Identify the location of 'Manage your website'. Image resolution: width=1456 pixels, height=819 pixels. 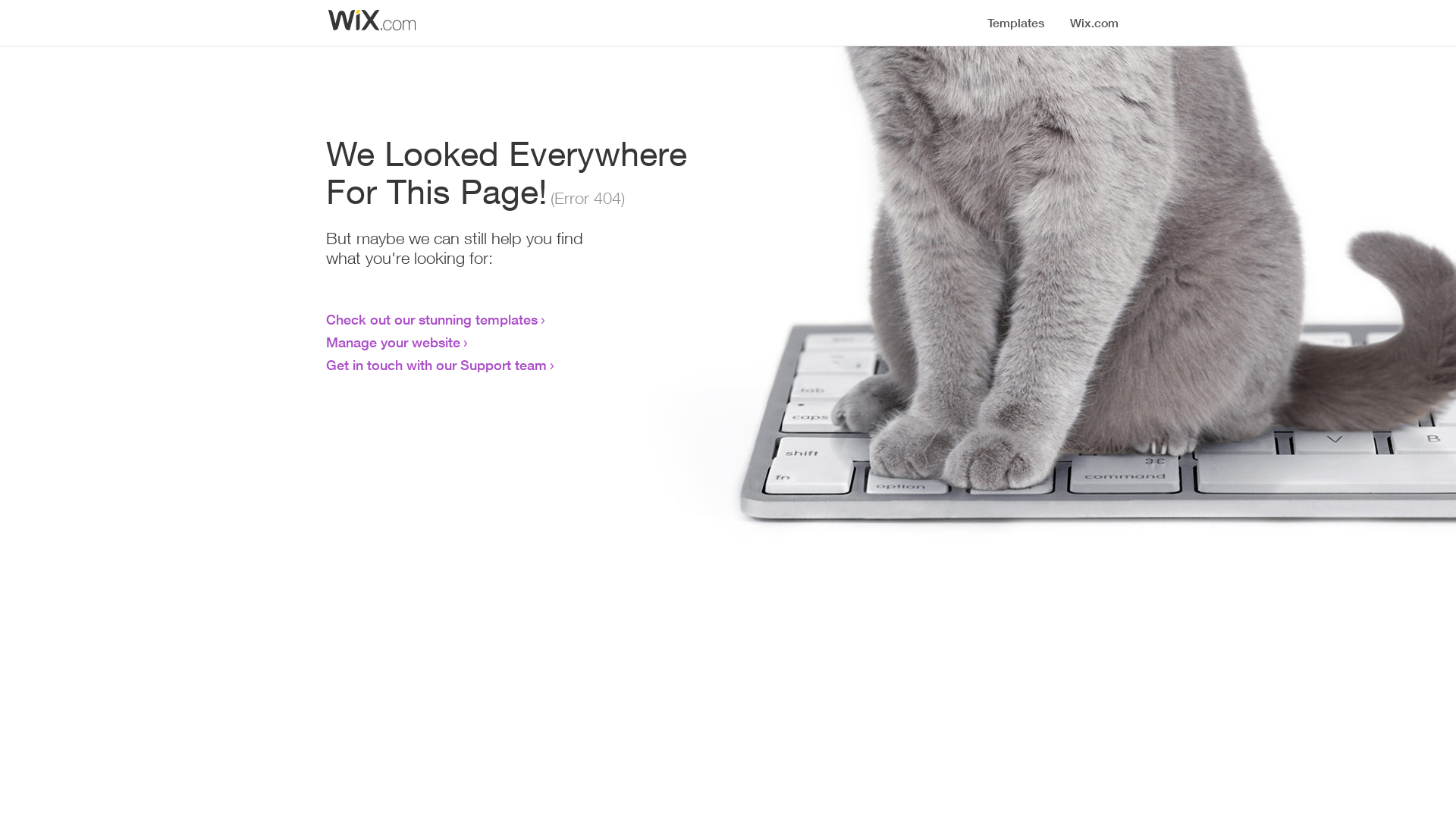
(393, 342).